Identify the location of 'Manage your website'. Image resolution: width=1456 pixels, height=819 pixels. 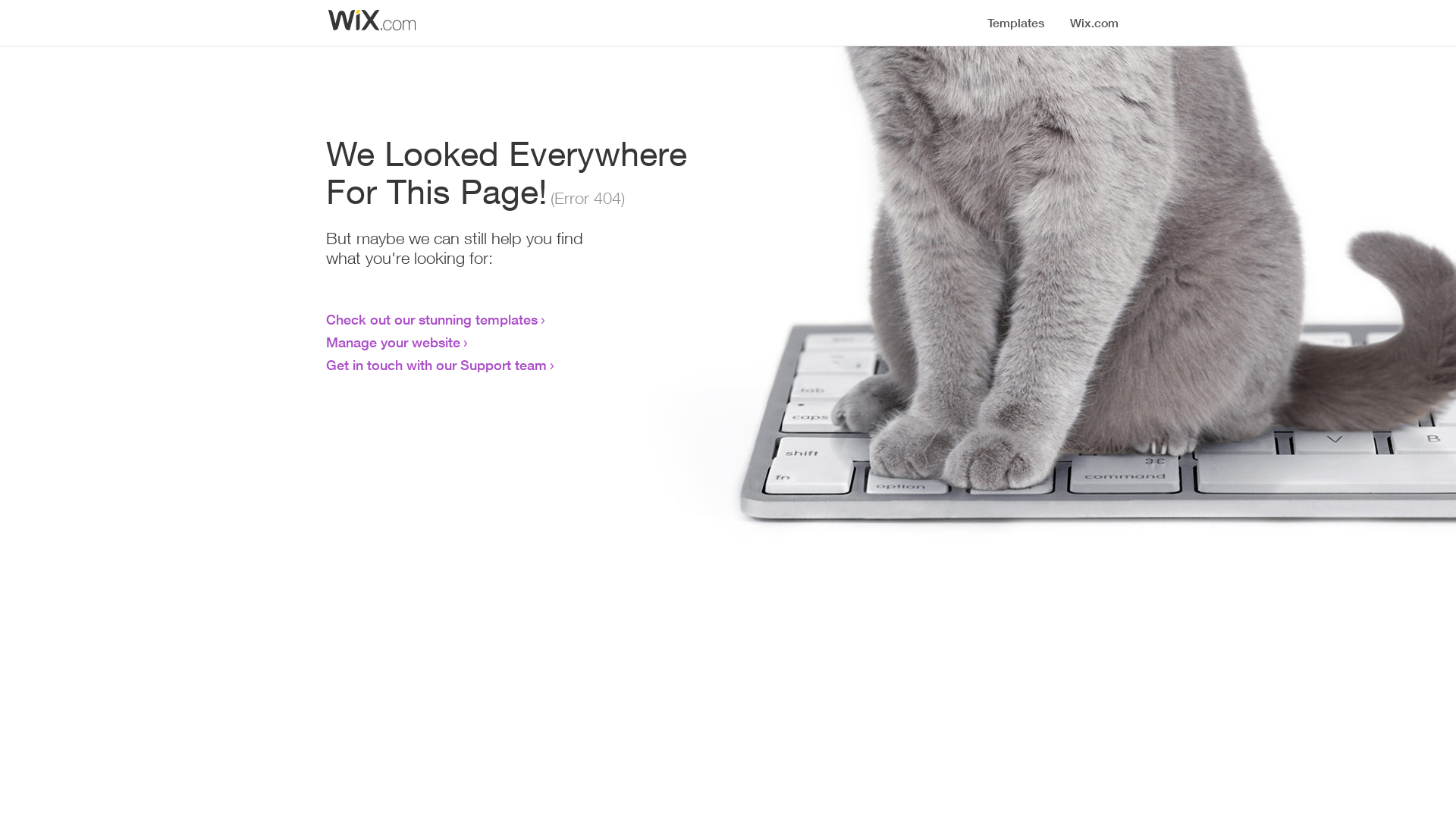
(393, 342).